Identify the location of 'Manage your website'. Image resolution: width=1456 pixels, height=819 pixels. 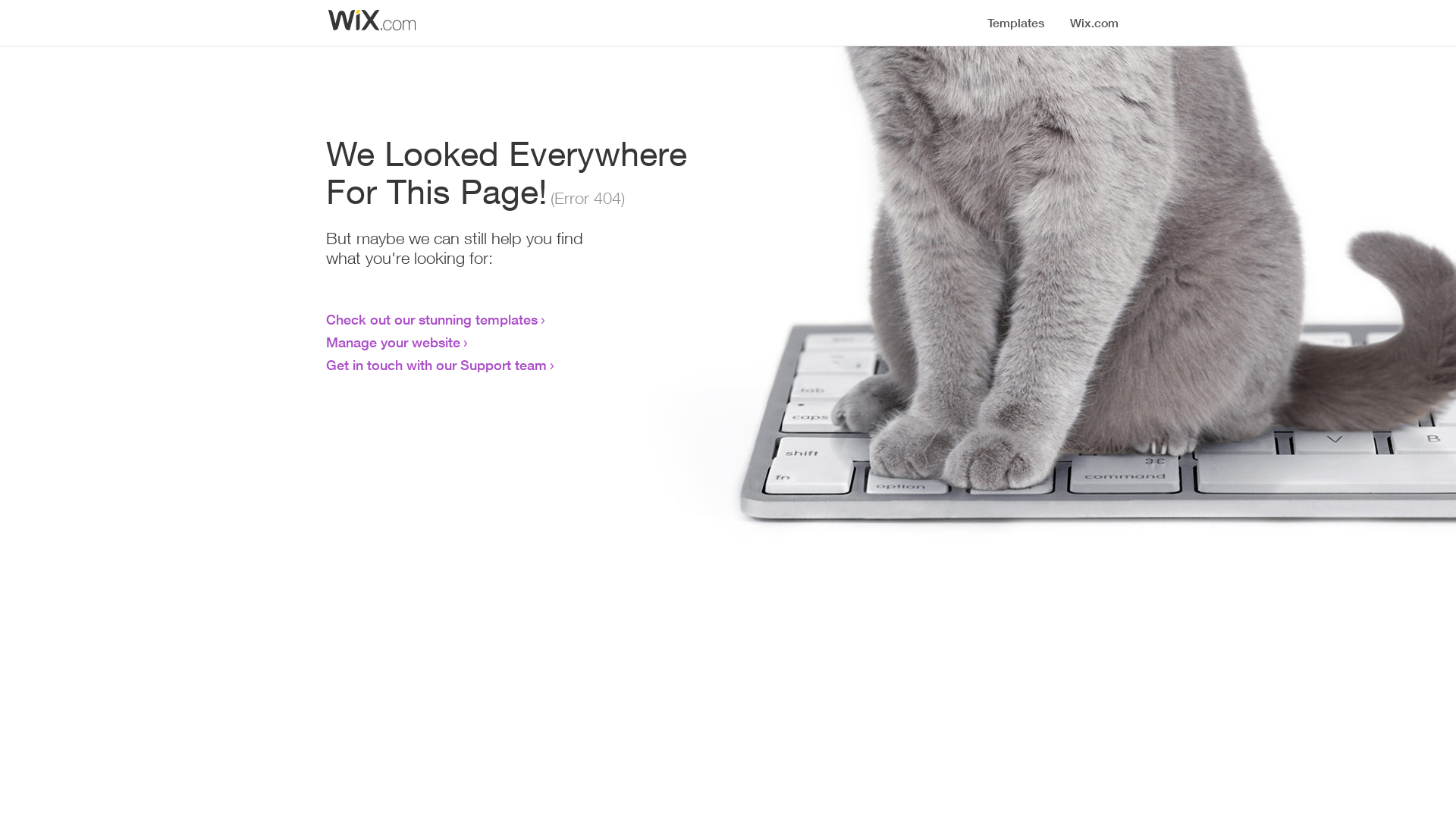
(393, 342).